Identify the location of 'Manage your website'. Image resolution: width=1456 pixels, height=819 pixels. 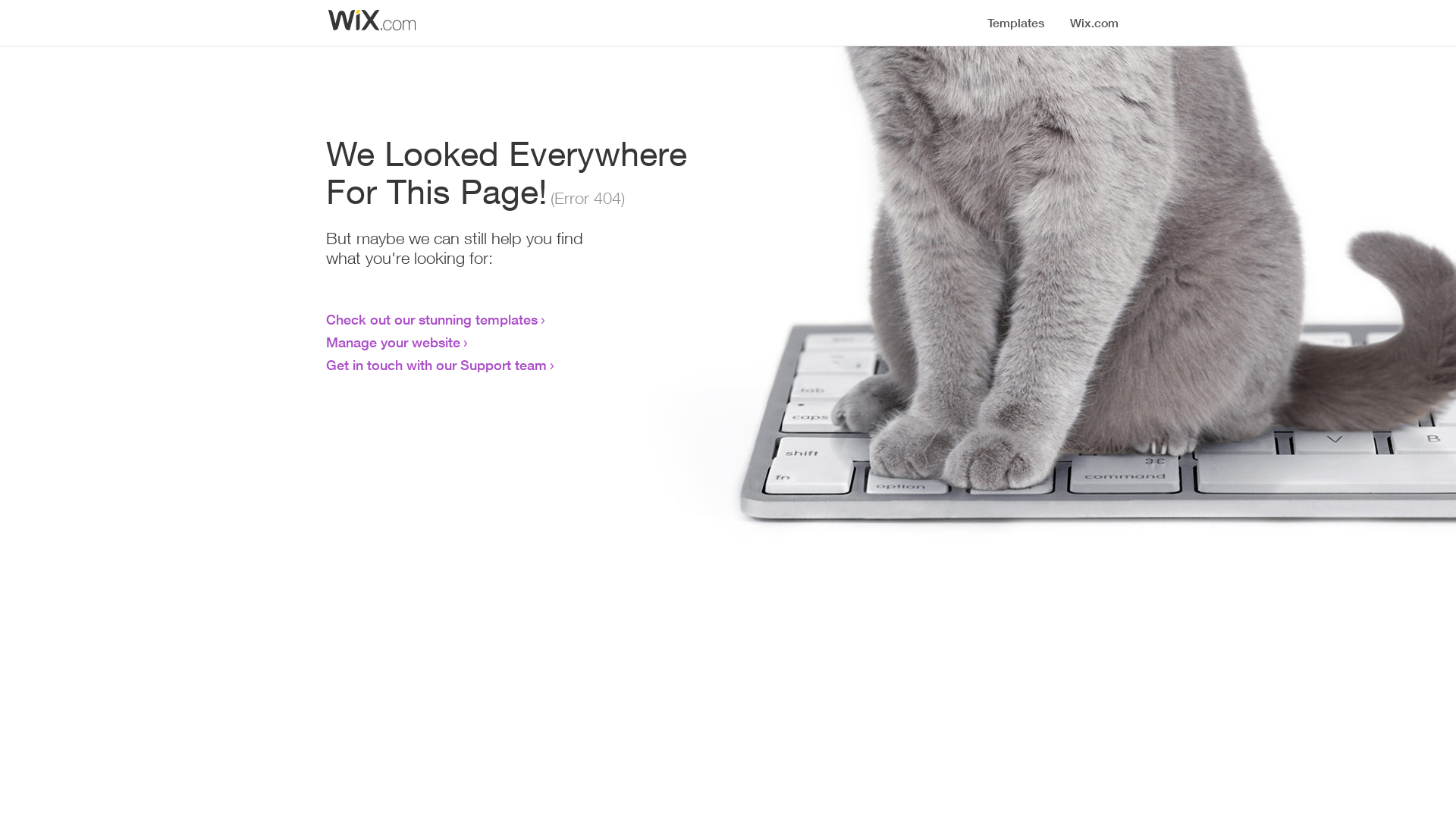
(393, 342).